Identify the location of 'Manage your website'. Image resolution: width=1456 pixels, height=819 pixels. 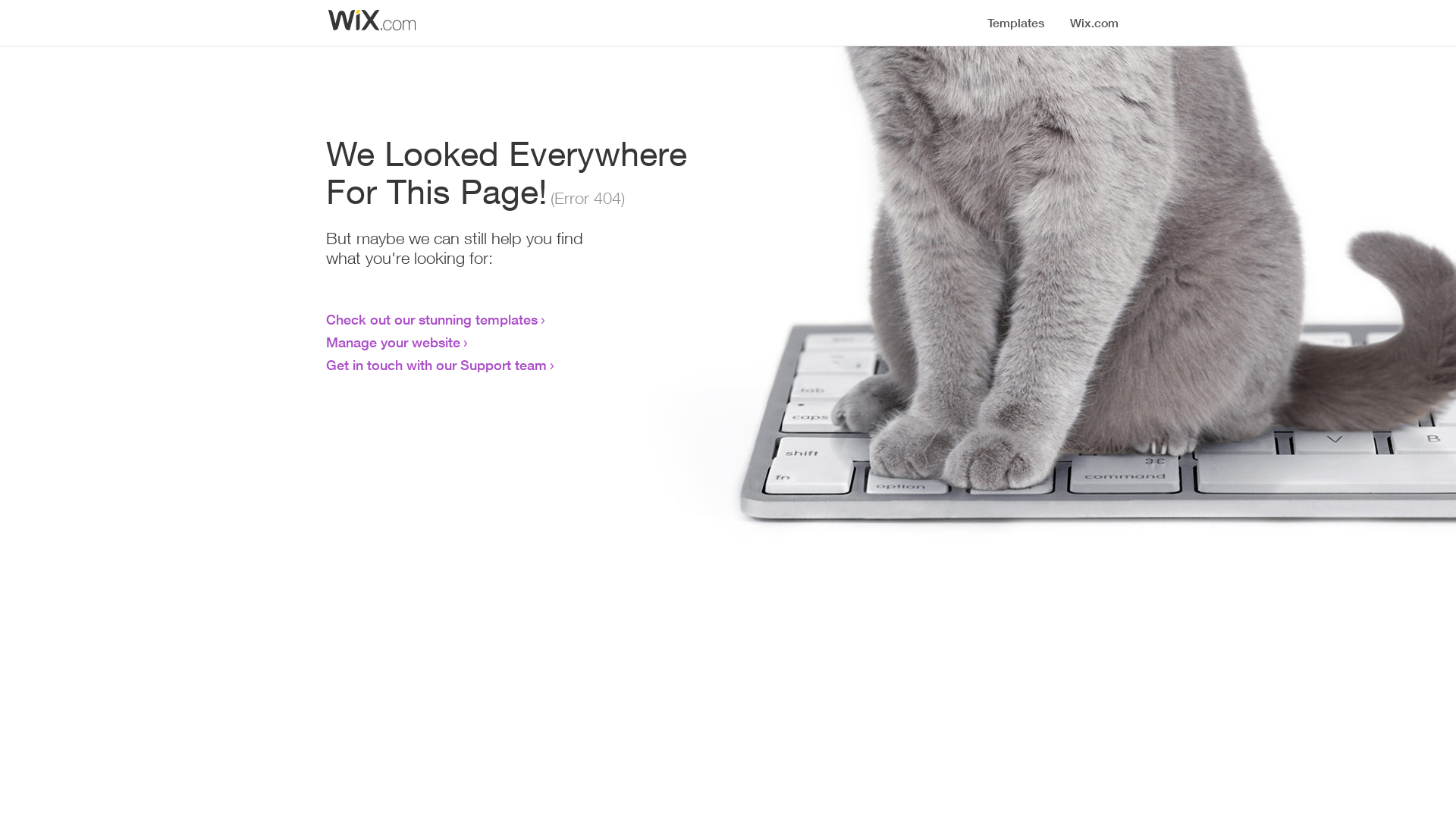
(393, 342).